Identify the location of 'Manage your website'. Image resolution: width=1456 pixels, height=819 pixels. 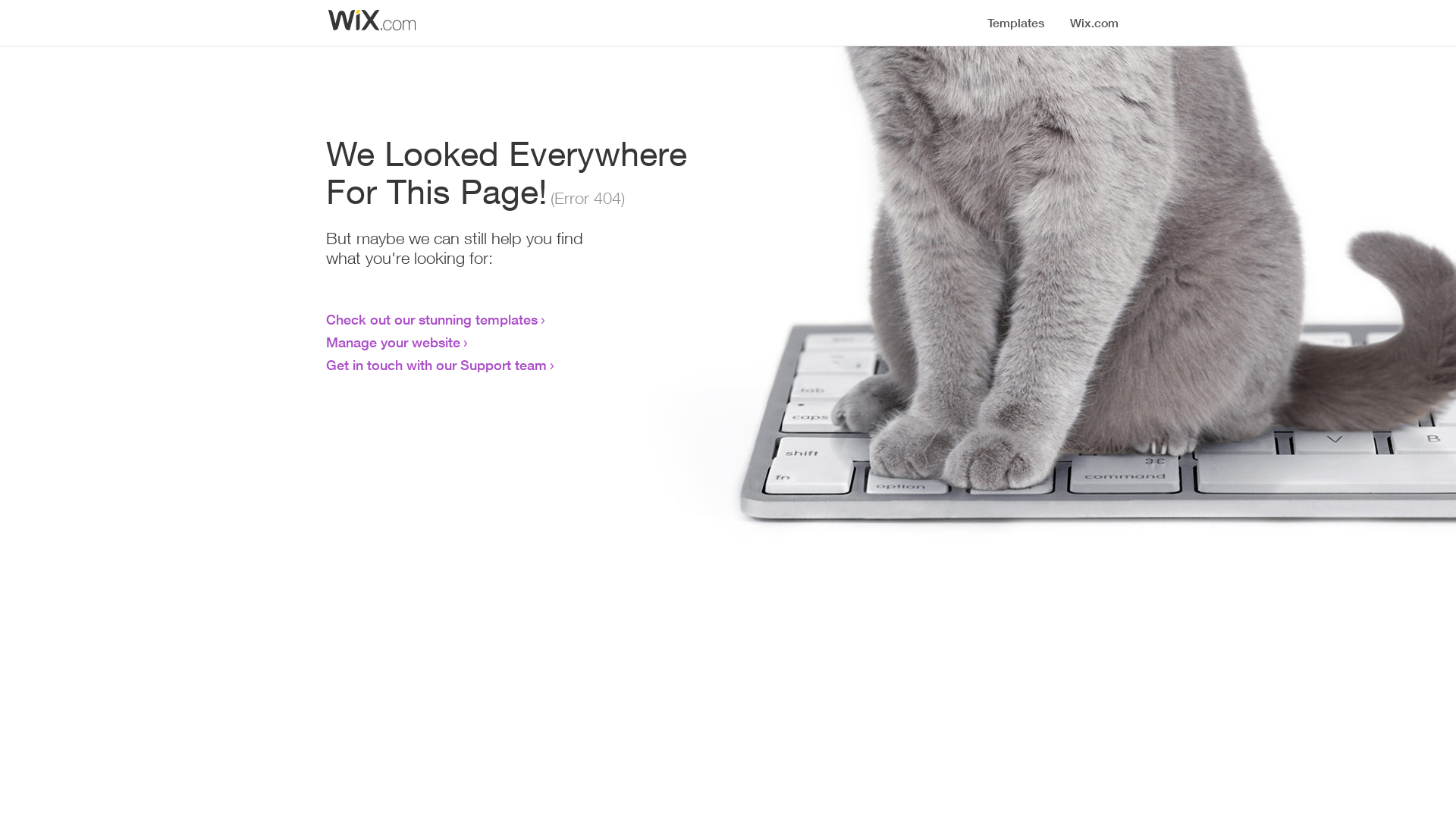
(393, 342).